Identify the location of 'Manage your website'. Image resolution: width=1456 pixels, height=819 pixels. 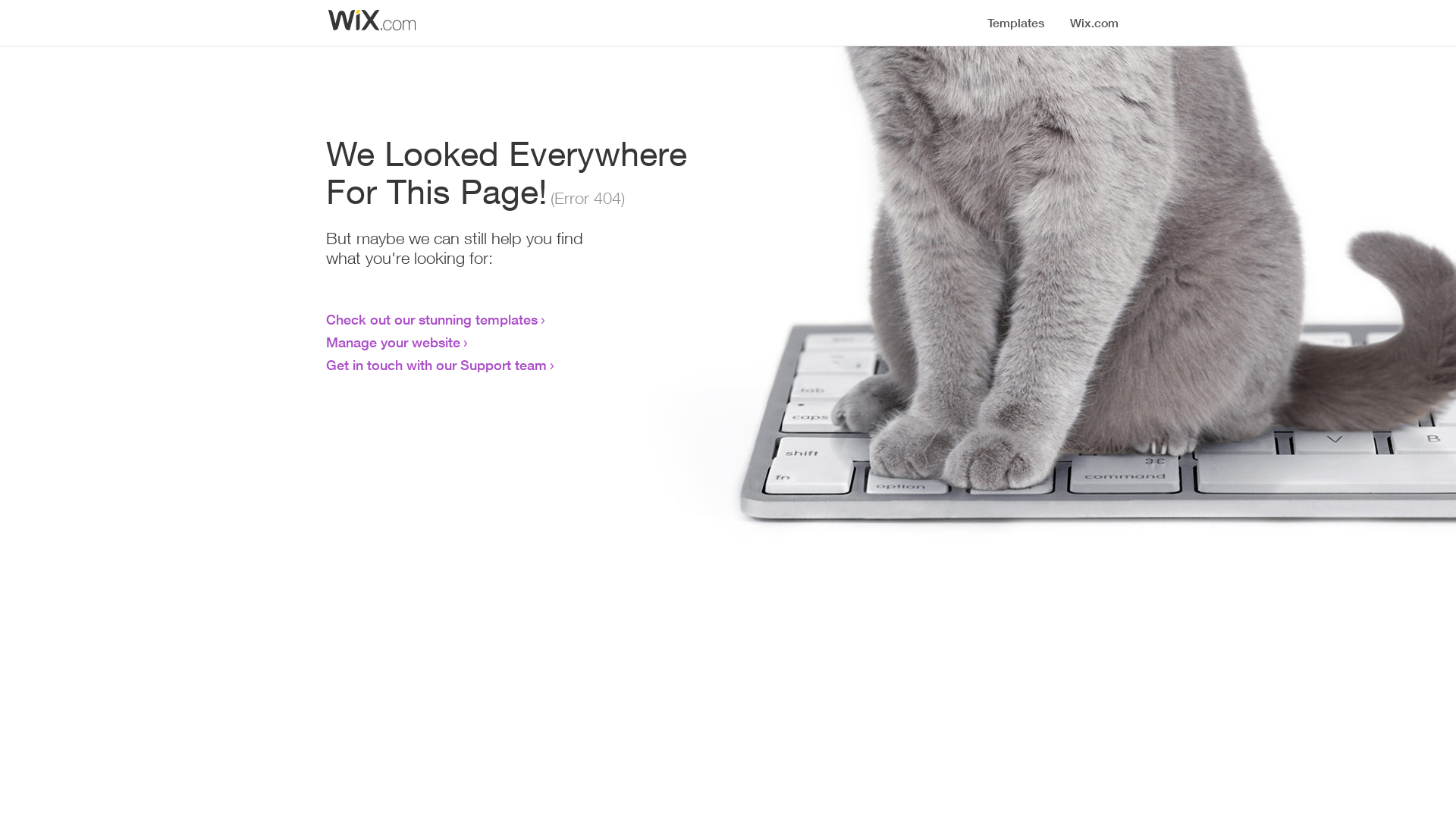
(393, 342).